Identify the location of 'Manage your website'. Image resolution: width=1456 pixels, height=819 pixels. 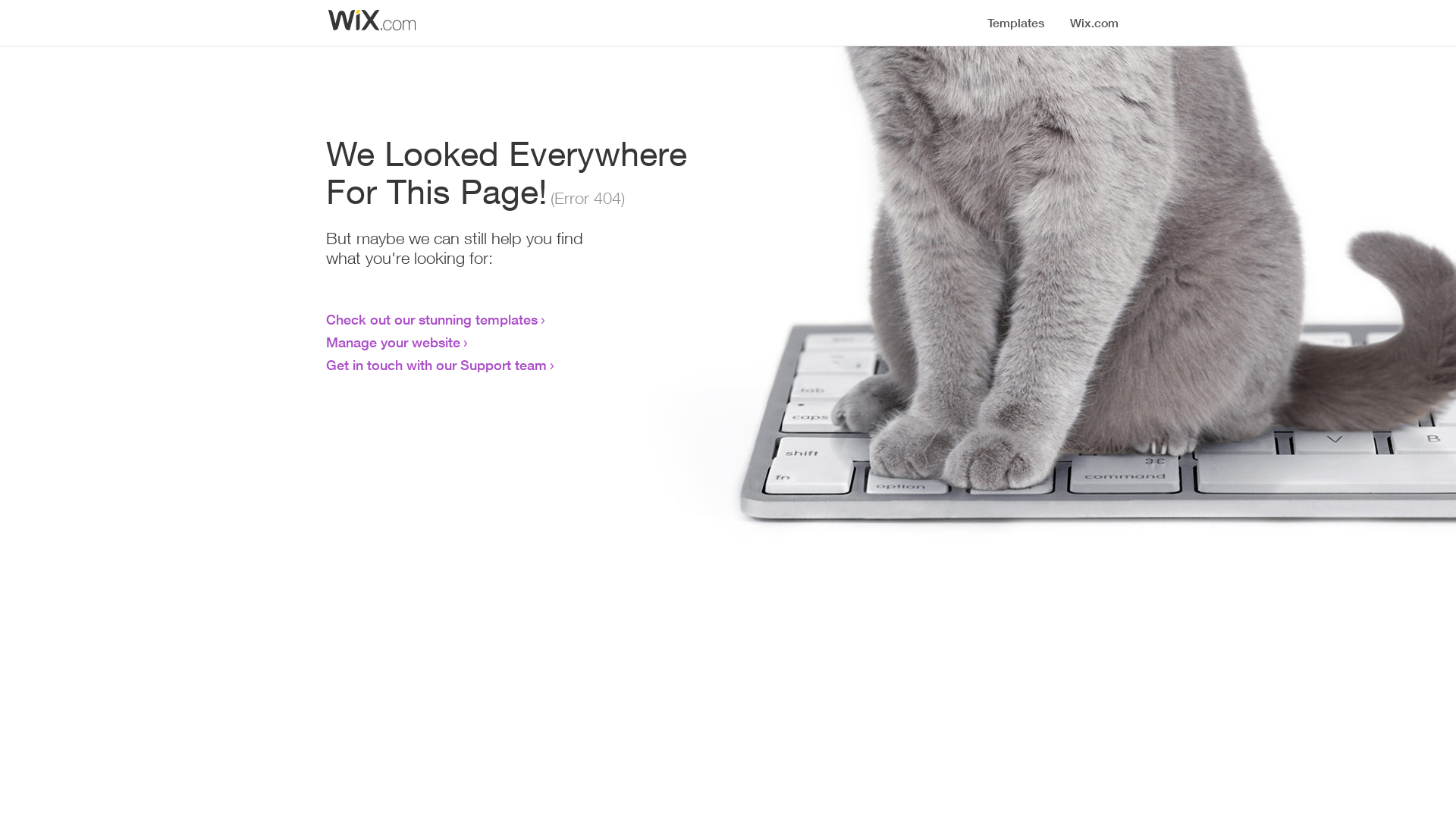
(393, 342).